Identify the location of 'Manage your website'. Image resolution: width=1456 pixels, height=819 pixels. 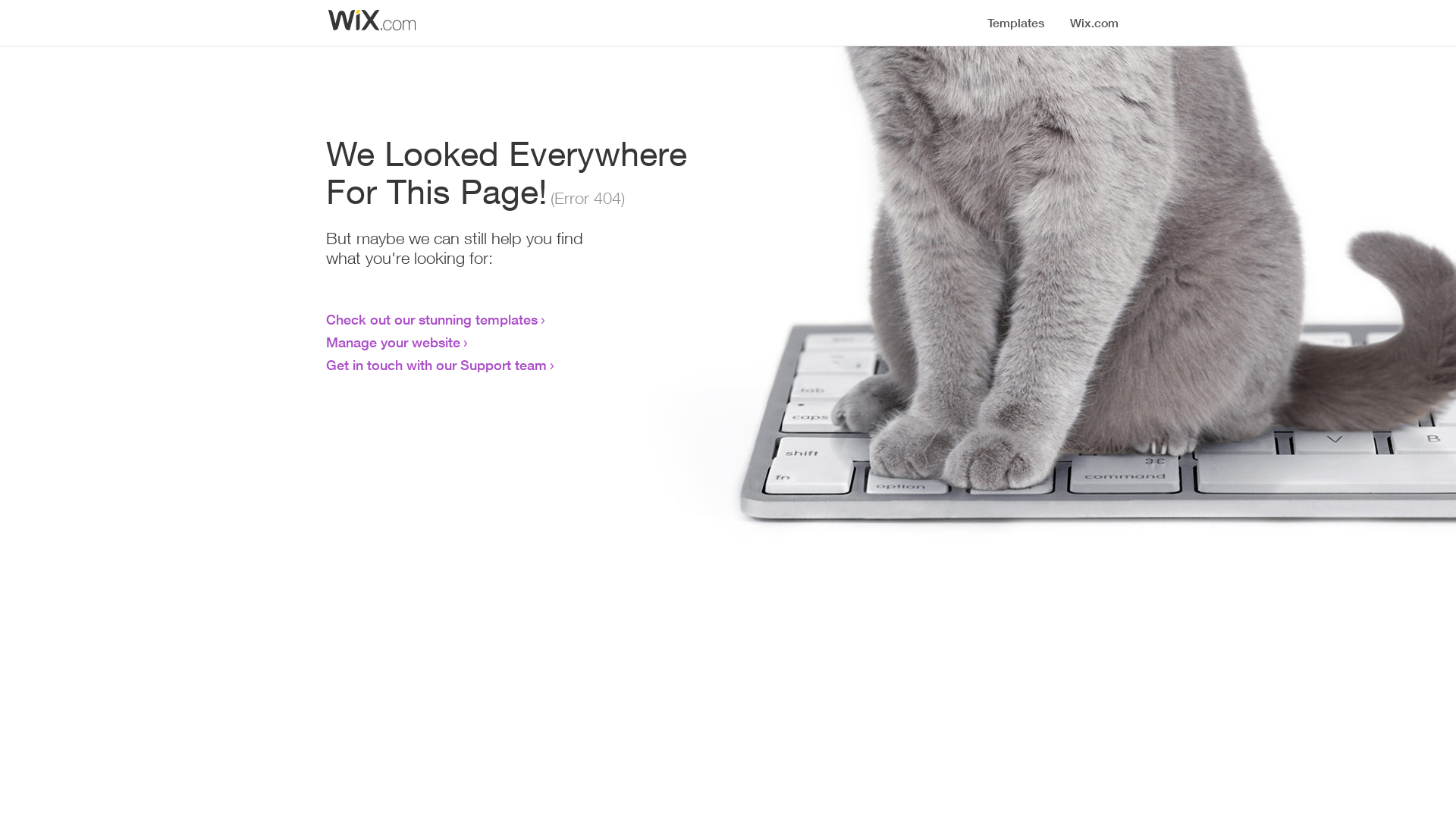
(393, 342).